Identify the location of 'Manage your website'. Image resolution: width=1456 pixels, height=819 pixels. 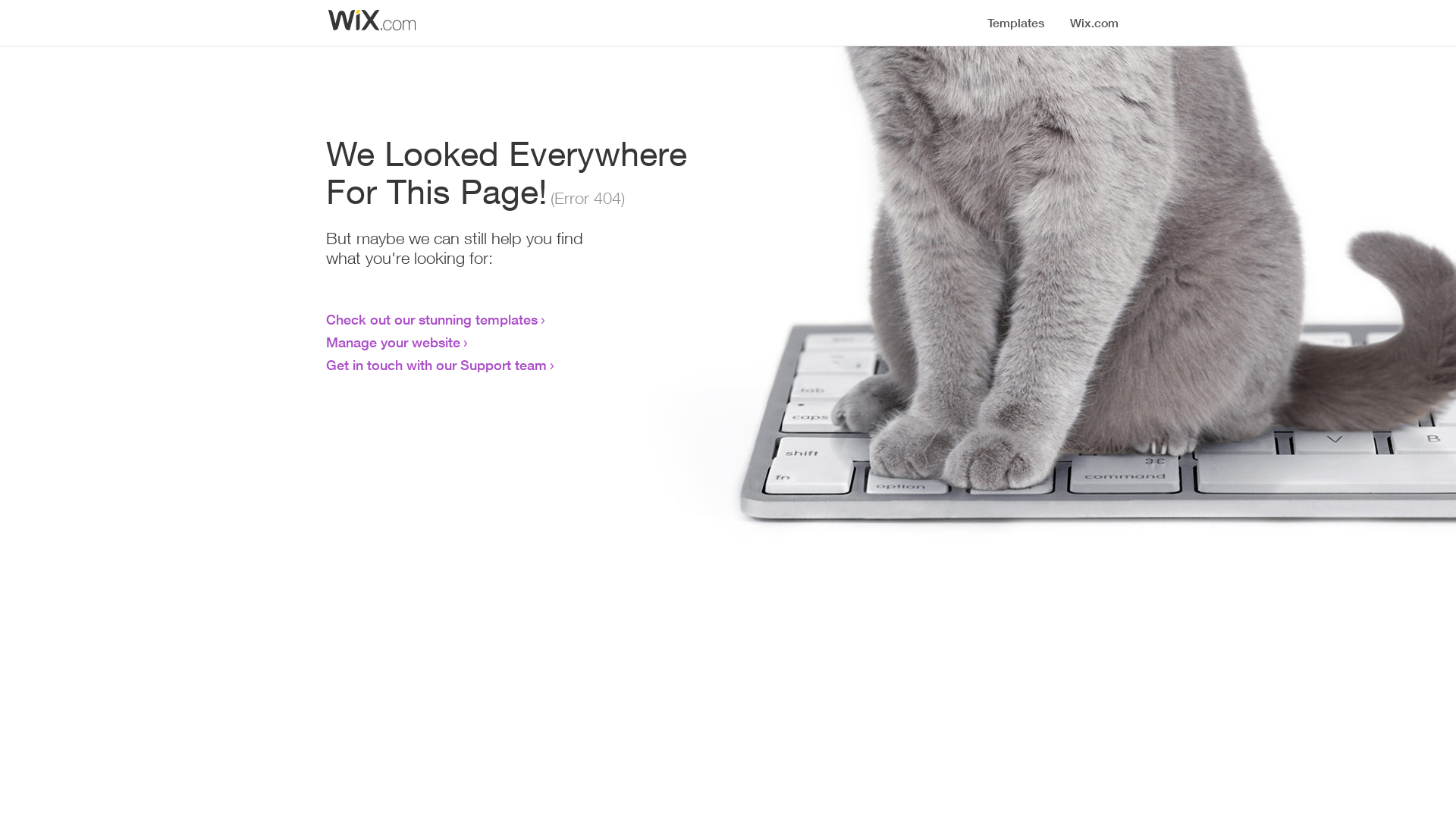
(393, 342).